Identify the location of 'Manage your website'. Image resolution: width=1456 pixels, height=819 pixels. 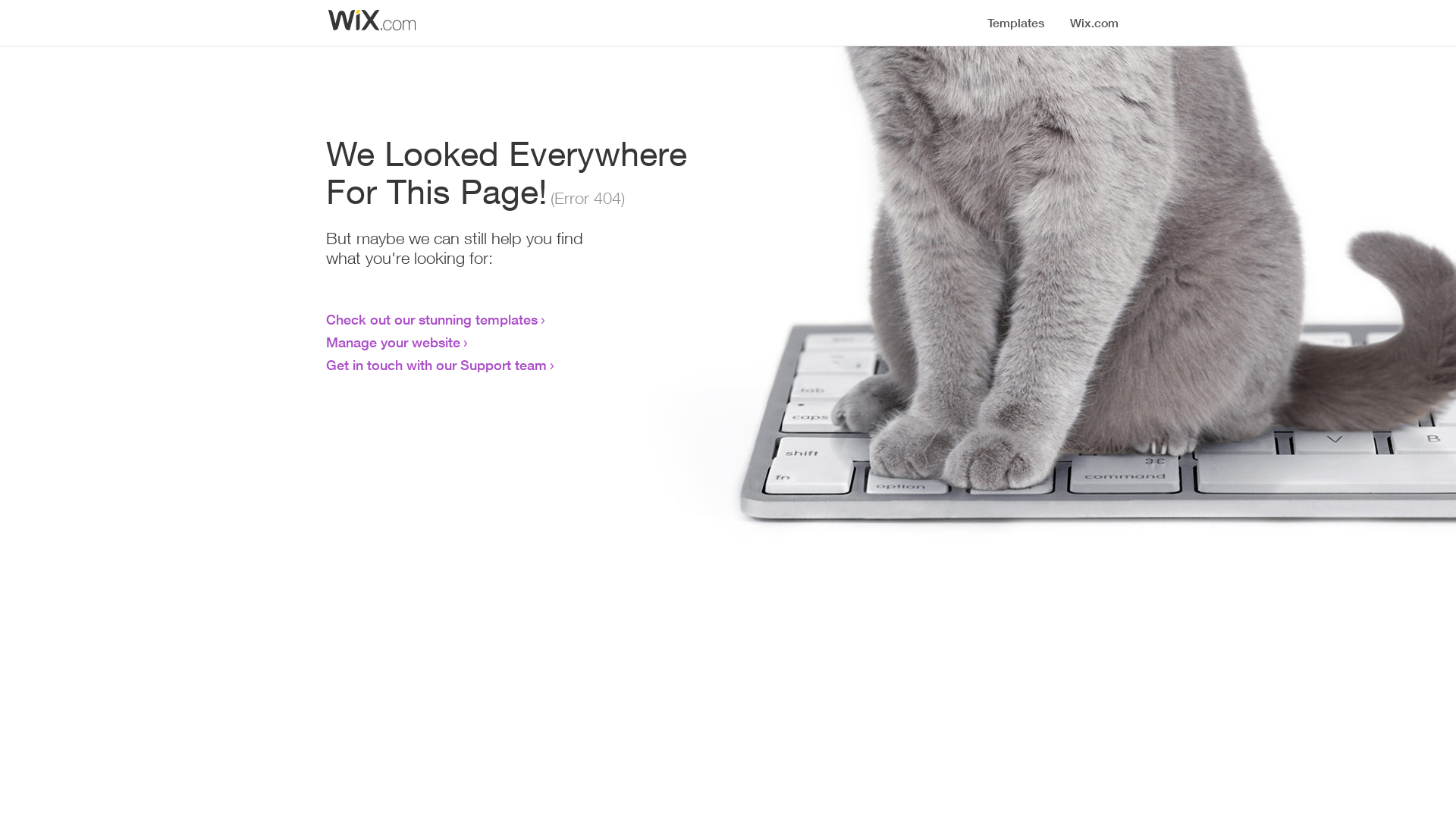
(393, 342).